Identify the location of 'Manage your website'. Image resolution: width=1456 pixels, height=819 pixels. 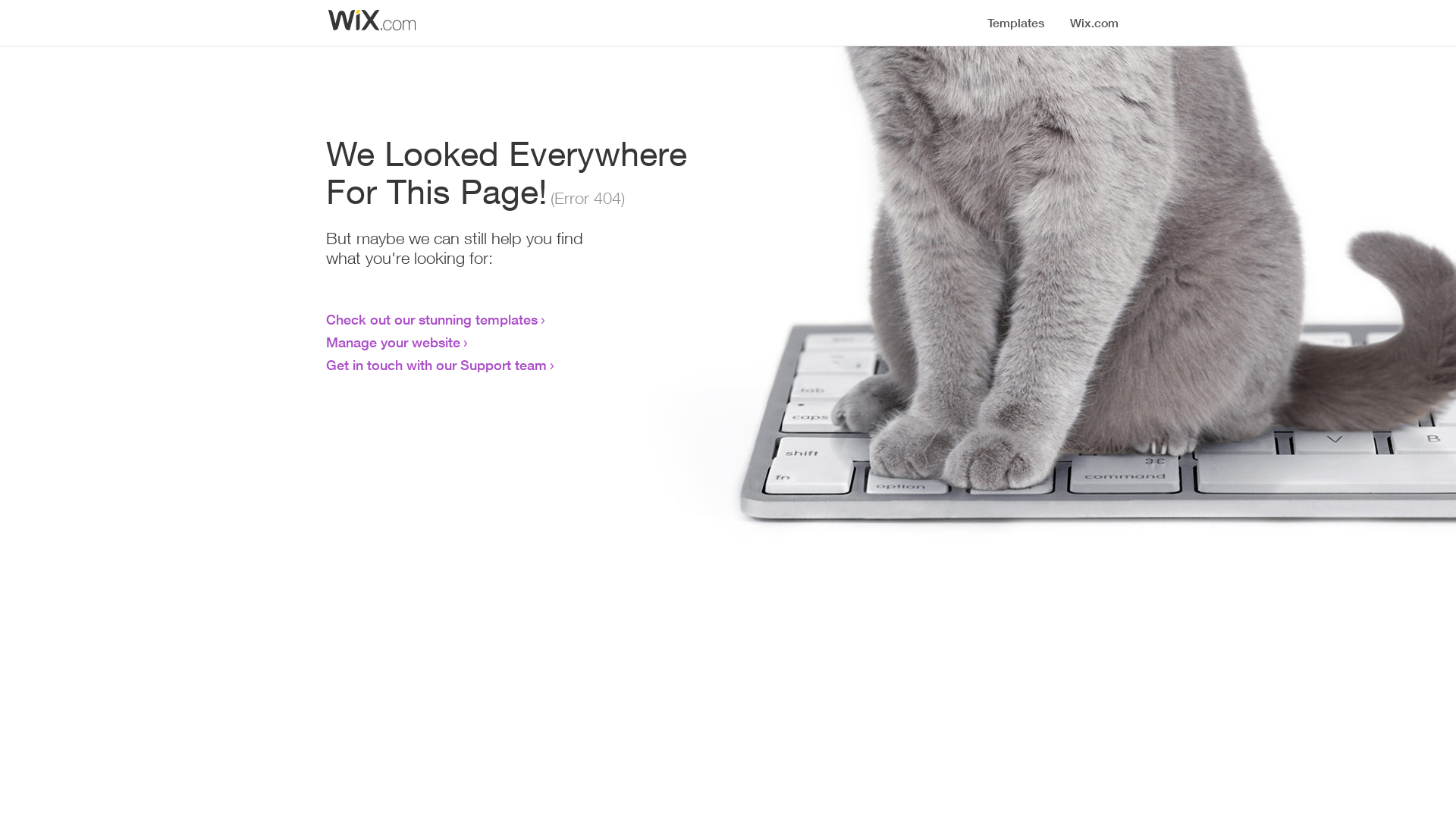
(393, 342).